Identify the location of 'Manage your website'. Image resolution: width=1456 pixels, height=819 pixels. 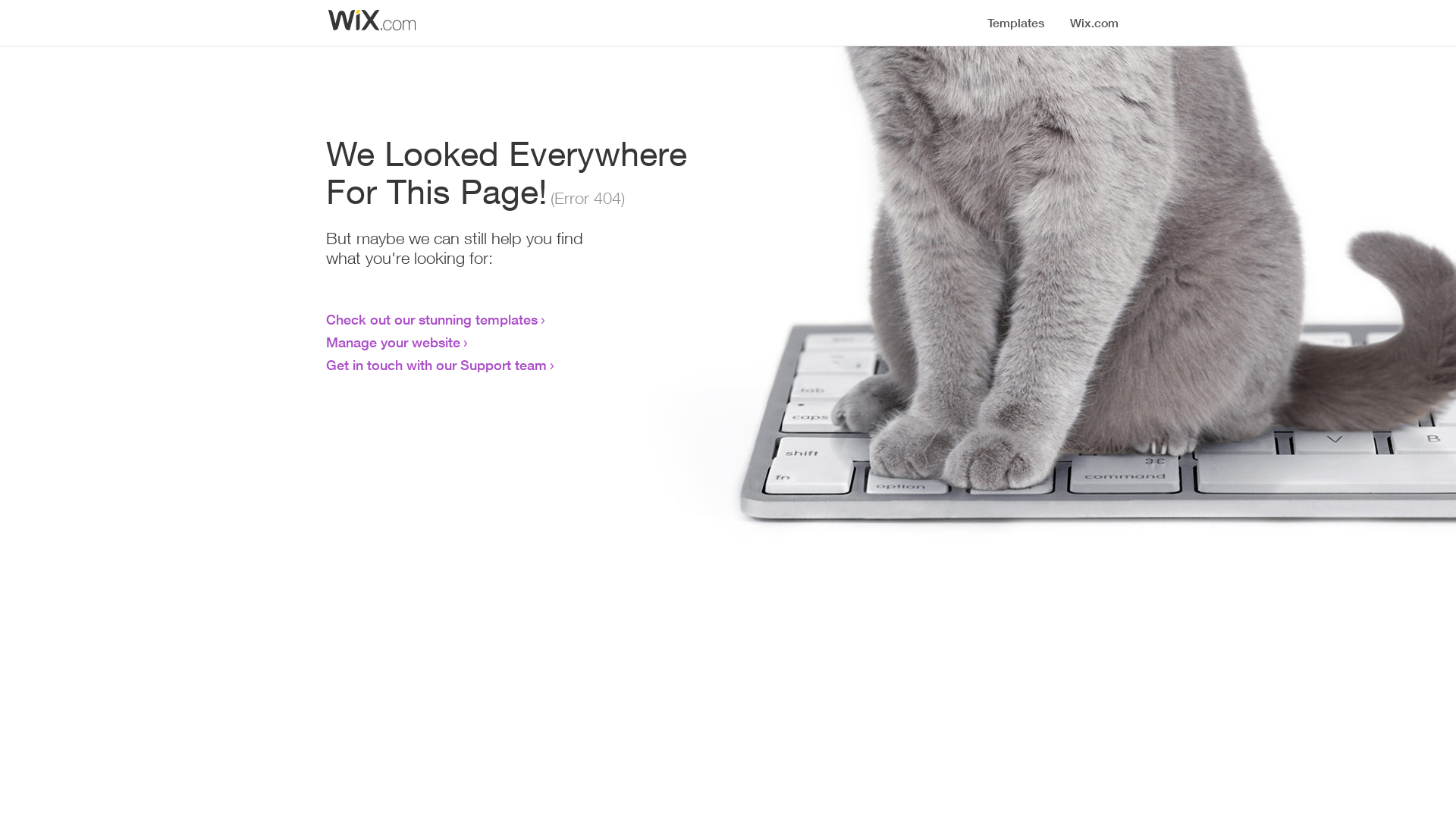
(393, 342).